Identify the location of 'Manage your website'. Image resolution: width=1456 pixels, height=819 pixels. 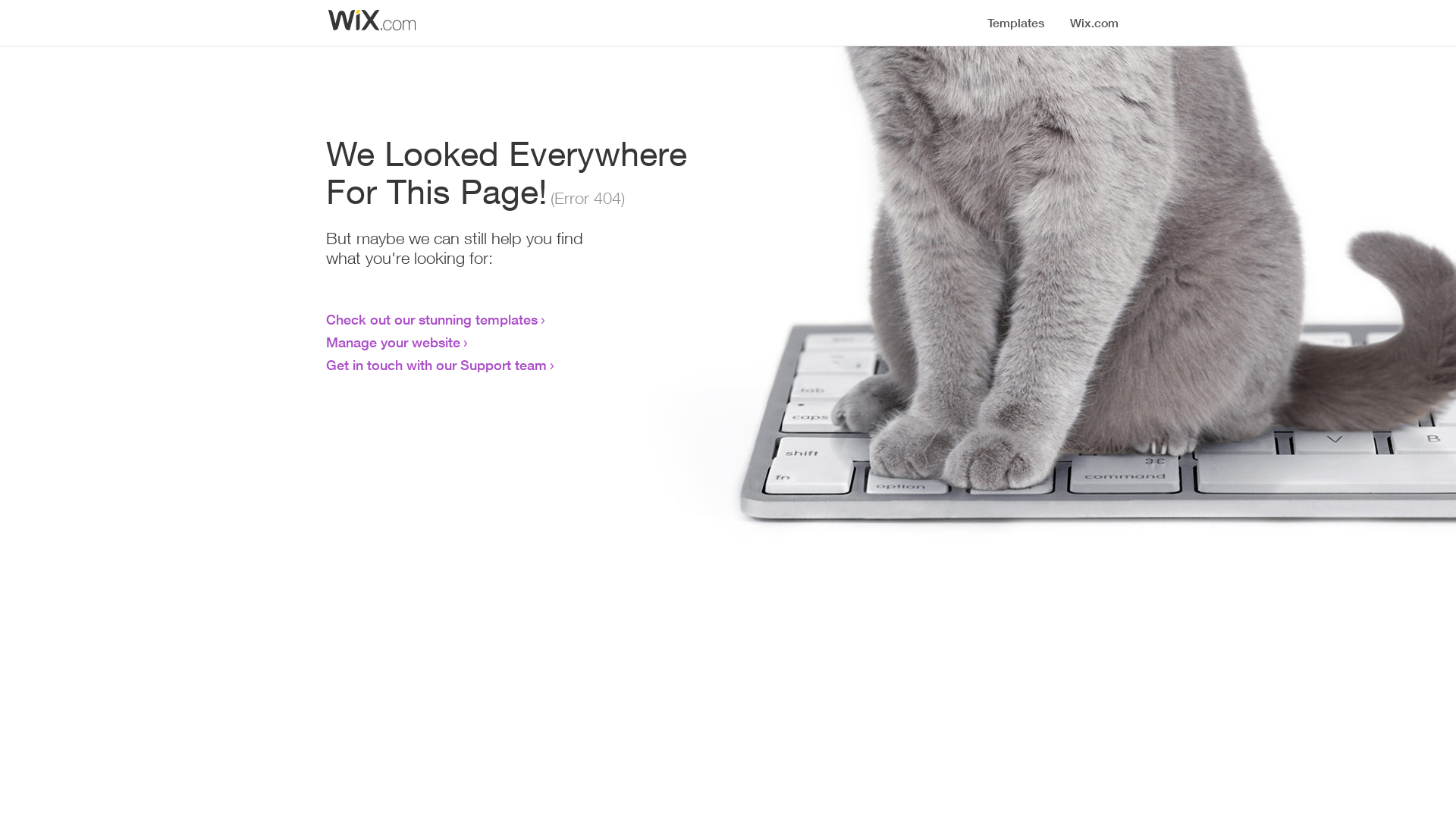
(393, 342).